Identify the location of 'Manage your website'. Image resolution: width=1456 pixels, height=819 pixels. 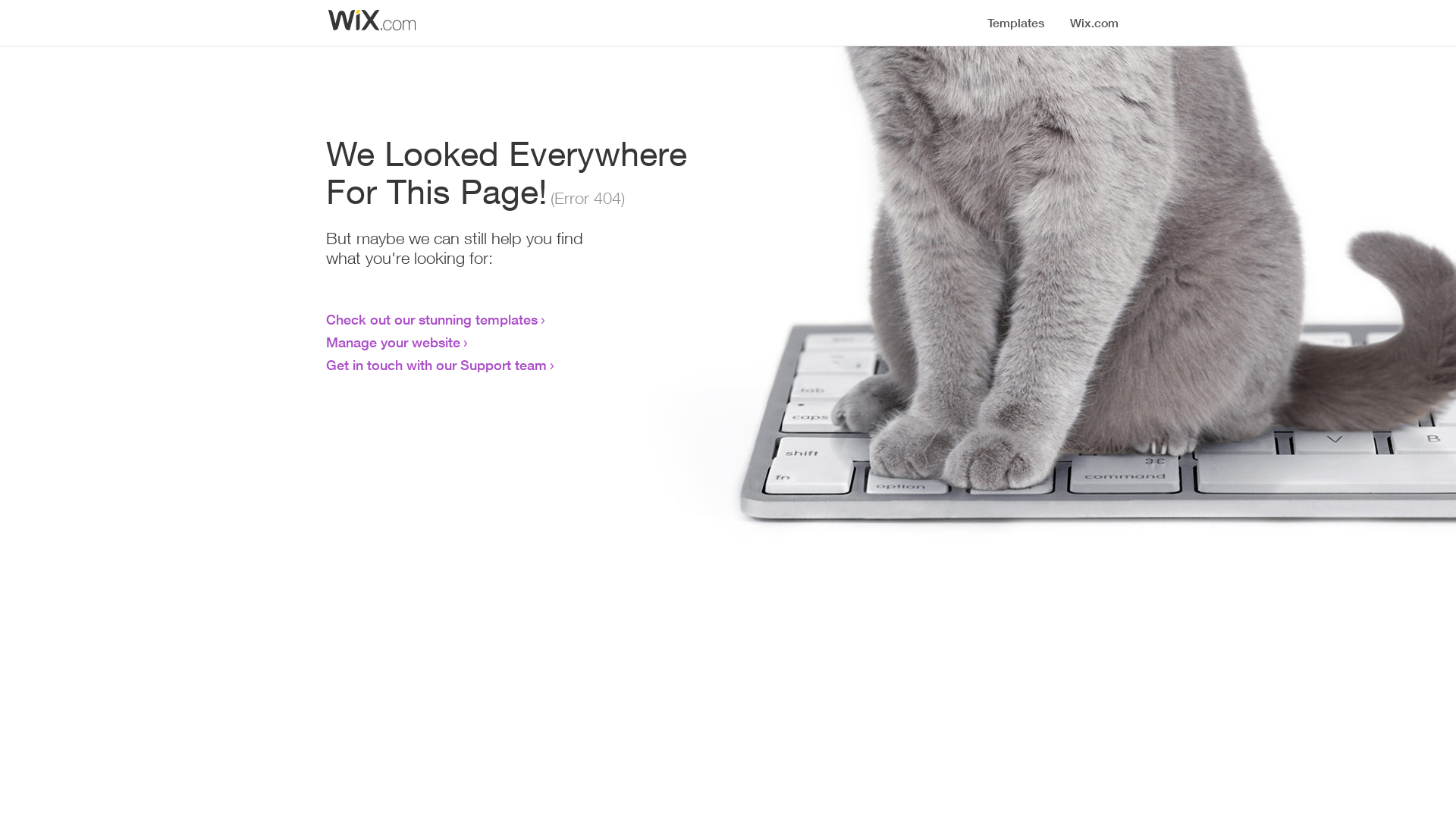
(393, 342).